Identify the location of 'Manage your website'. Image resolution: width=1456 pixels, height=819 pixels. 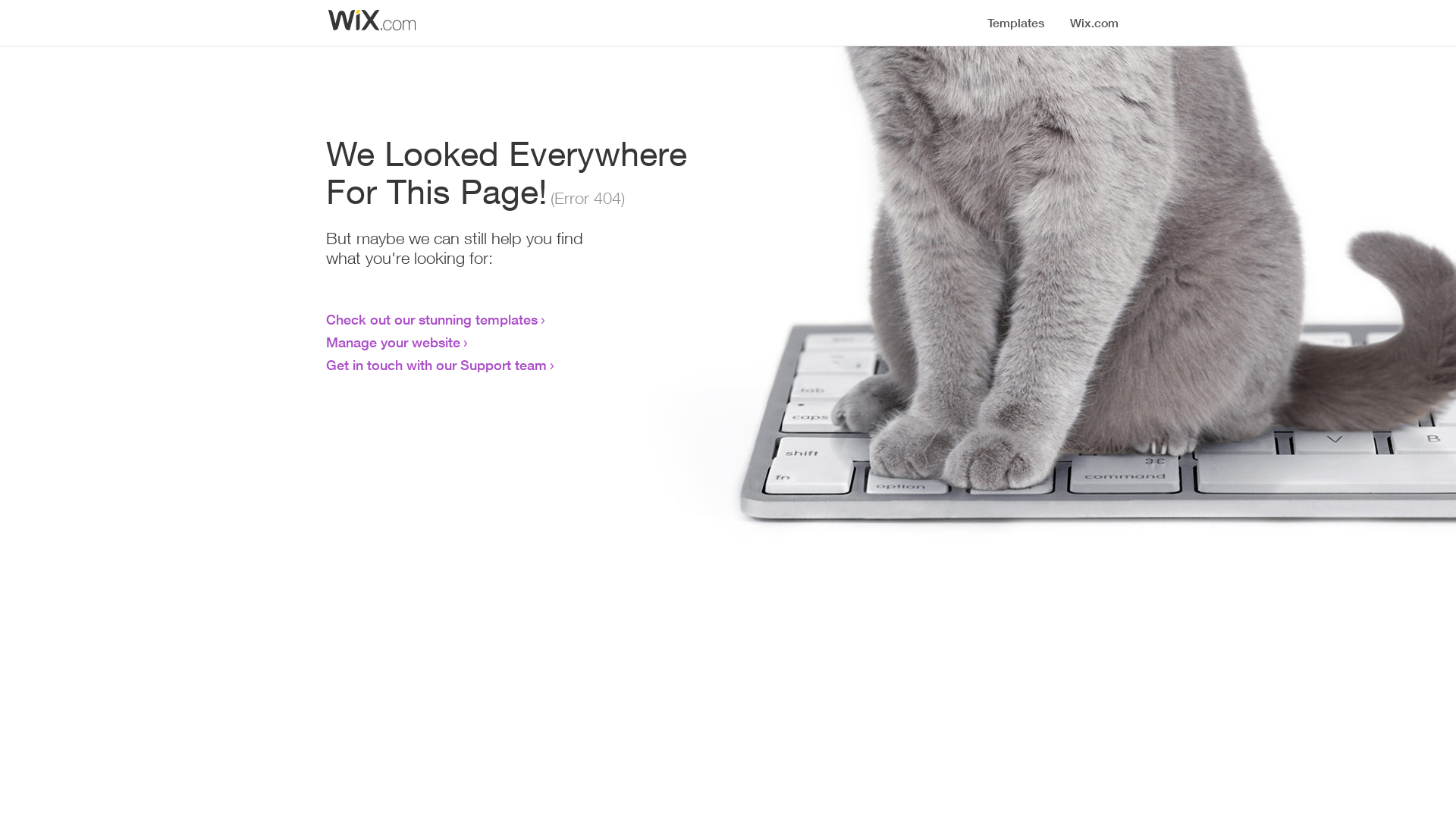
(393, 342).